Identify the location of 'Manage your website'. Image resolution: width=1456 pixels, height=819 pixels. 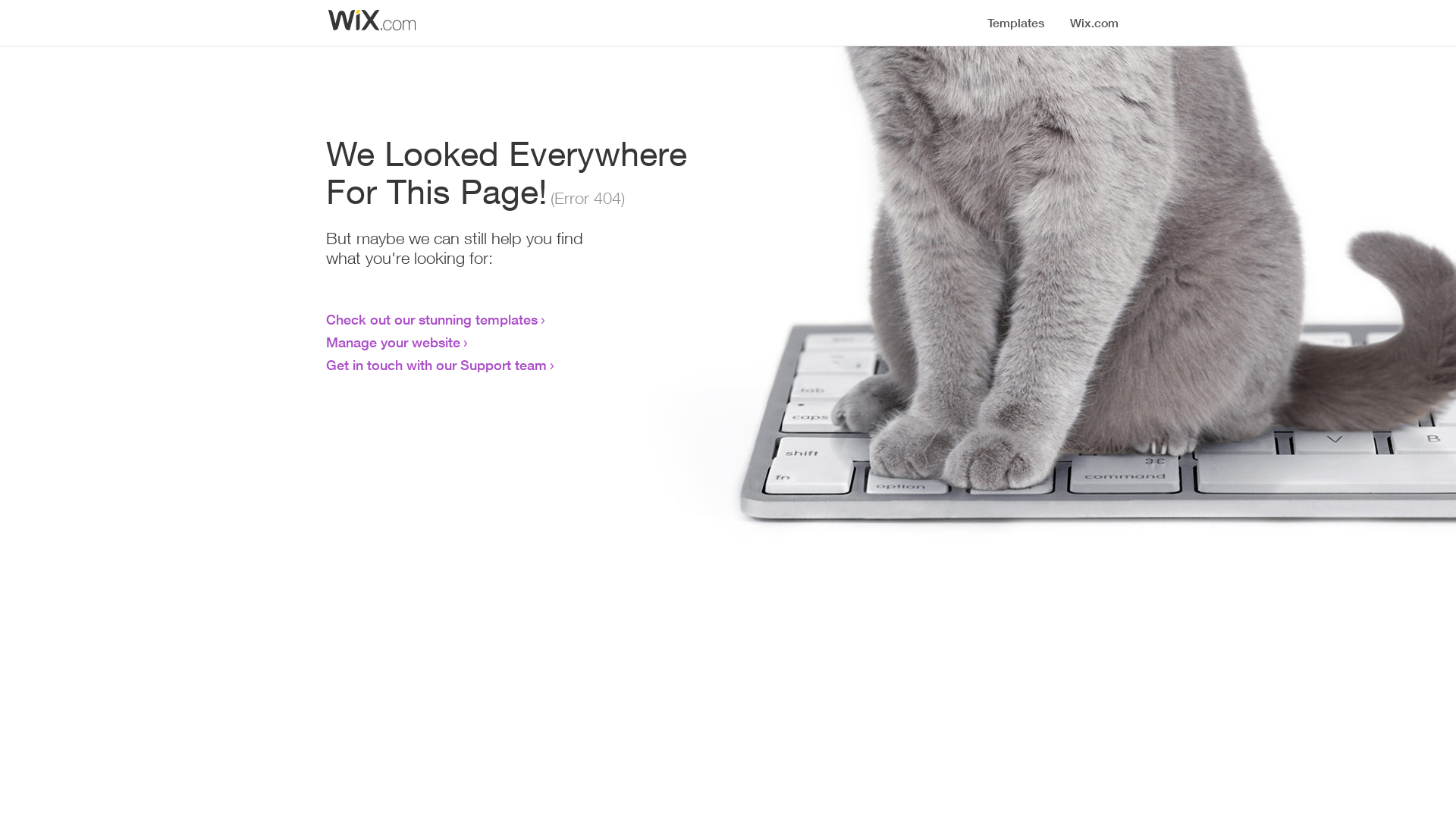
(393, 342).